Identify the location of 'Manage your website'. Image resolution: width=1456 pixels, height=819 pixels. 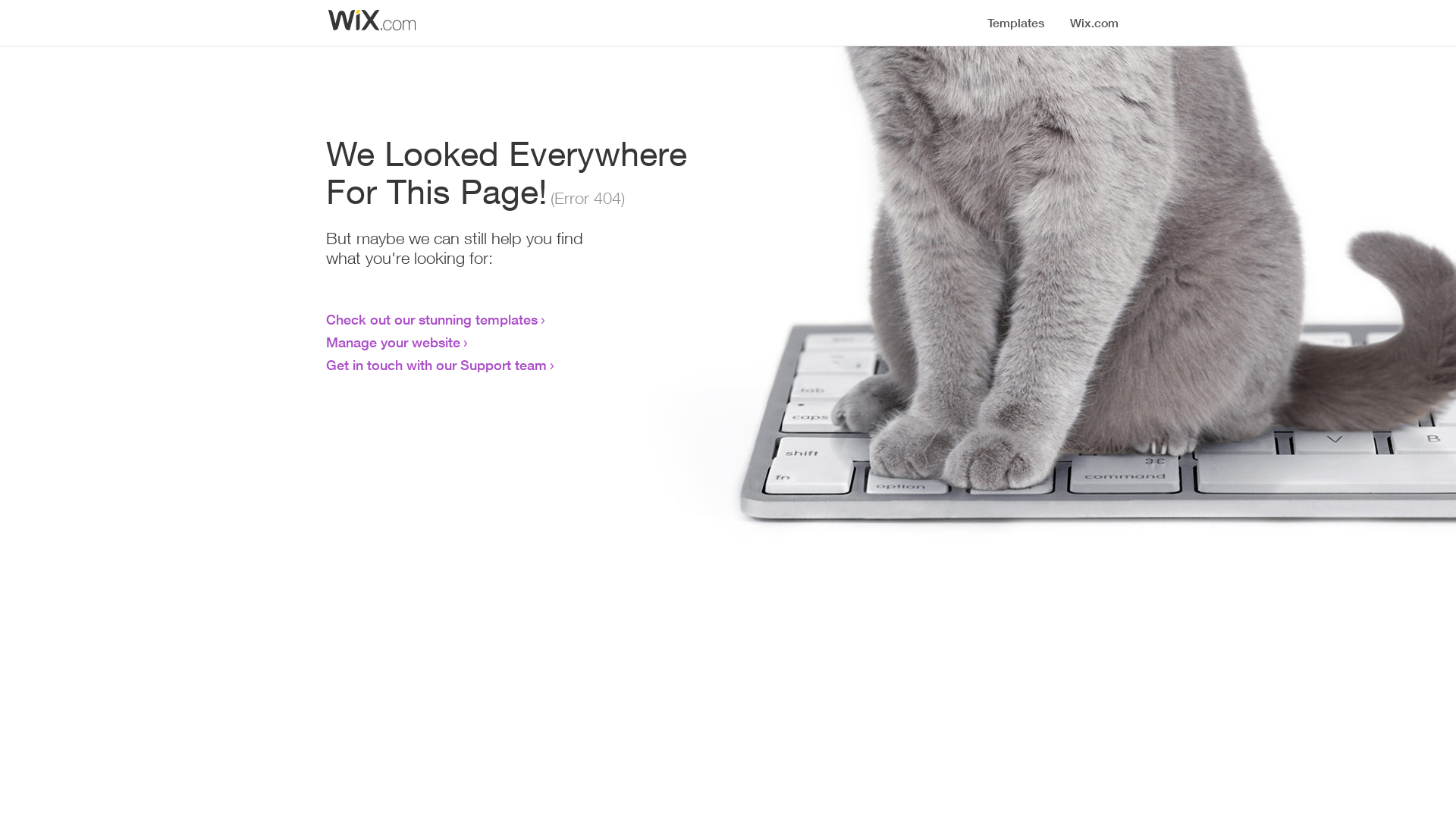
(393, 342).